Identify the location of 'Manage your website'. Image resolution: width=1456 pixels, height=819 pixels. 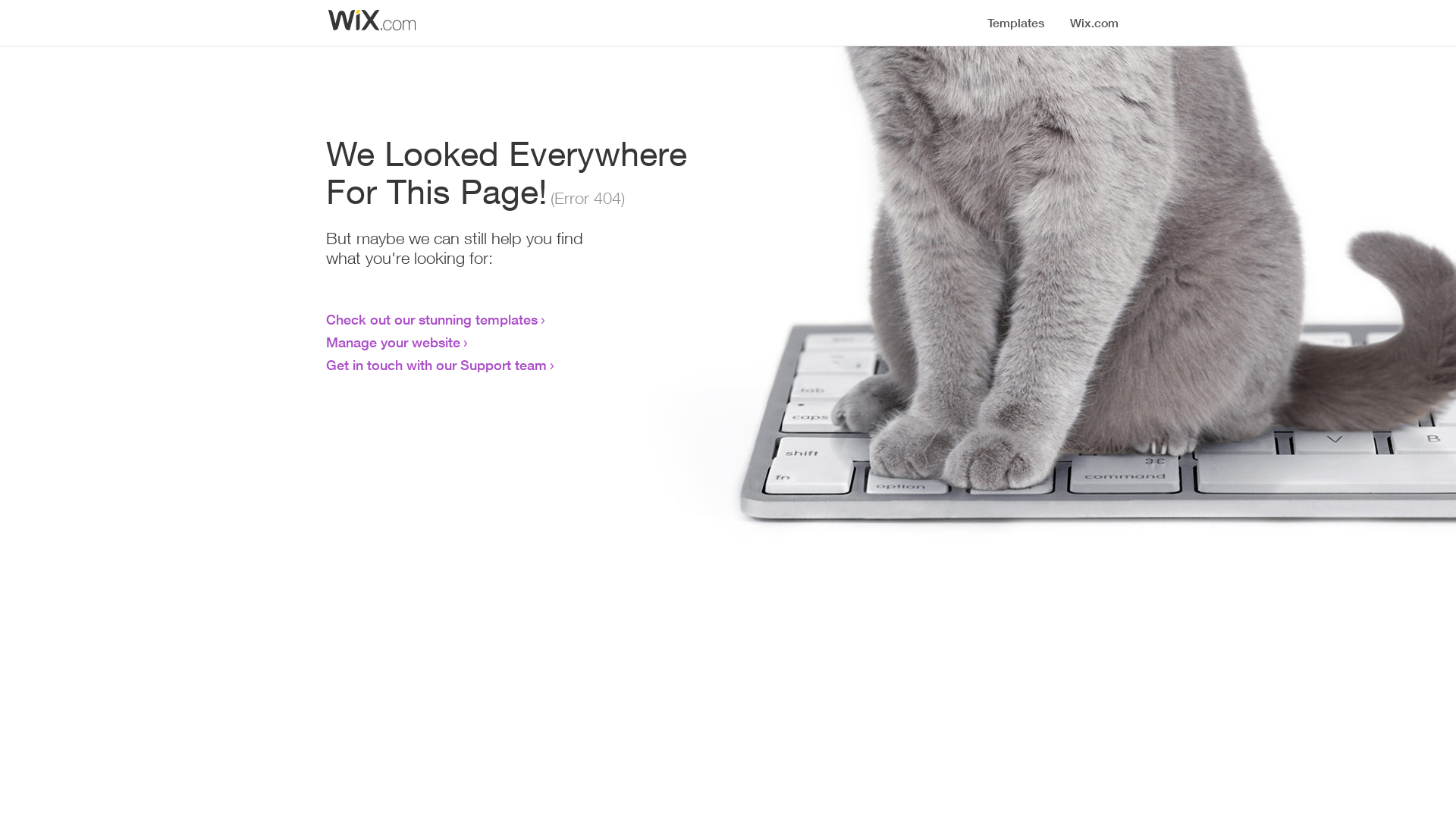
(393, 342).